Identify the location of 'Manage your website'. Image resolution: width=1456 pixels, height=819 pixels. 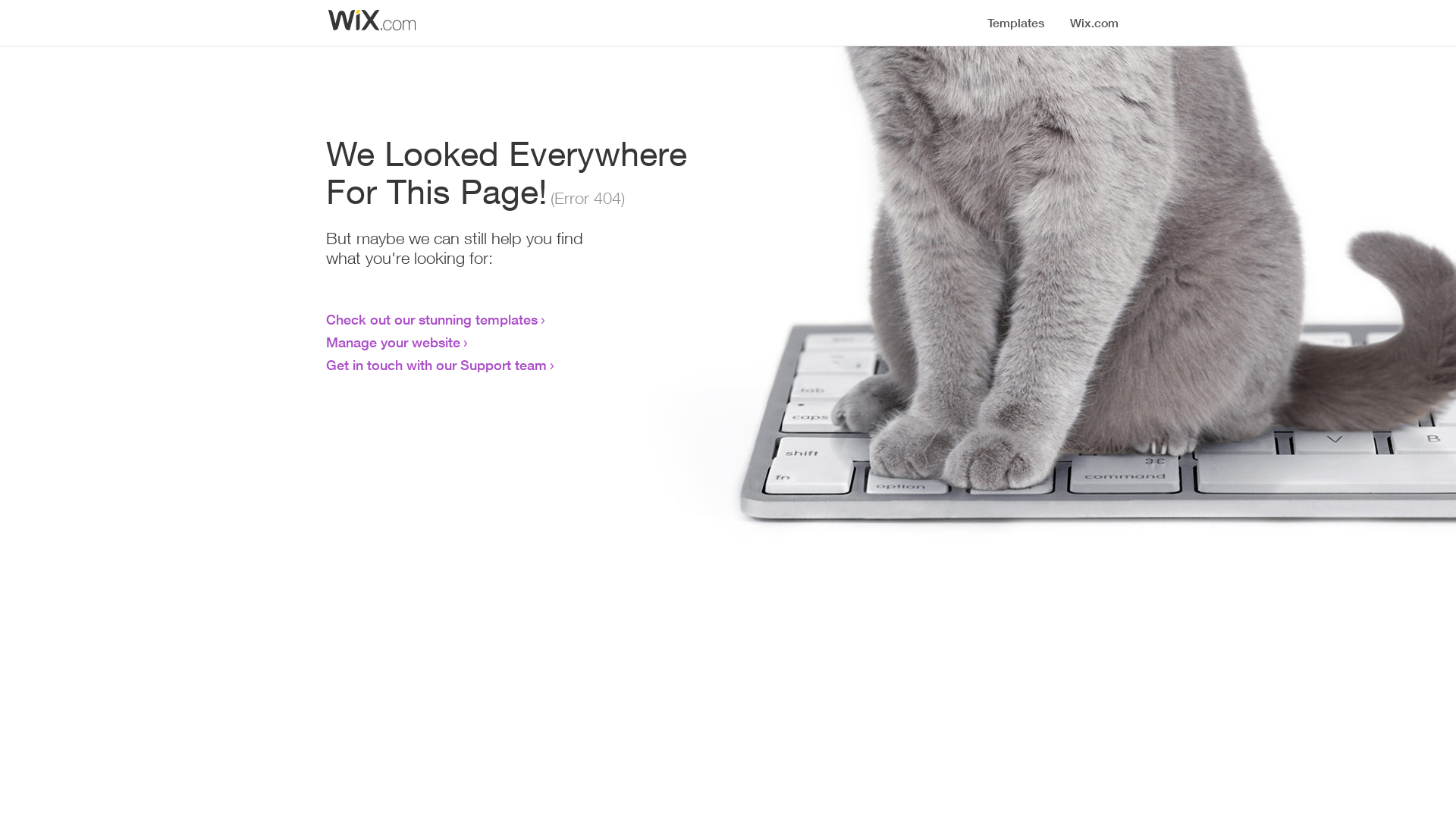
(393, 342).